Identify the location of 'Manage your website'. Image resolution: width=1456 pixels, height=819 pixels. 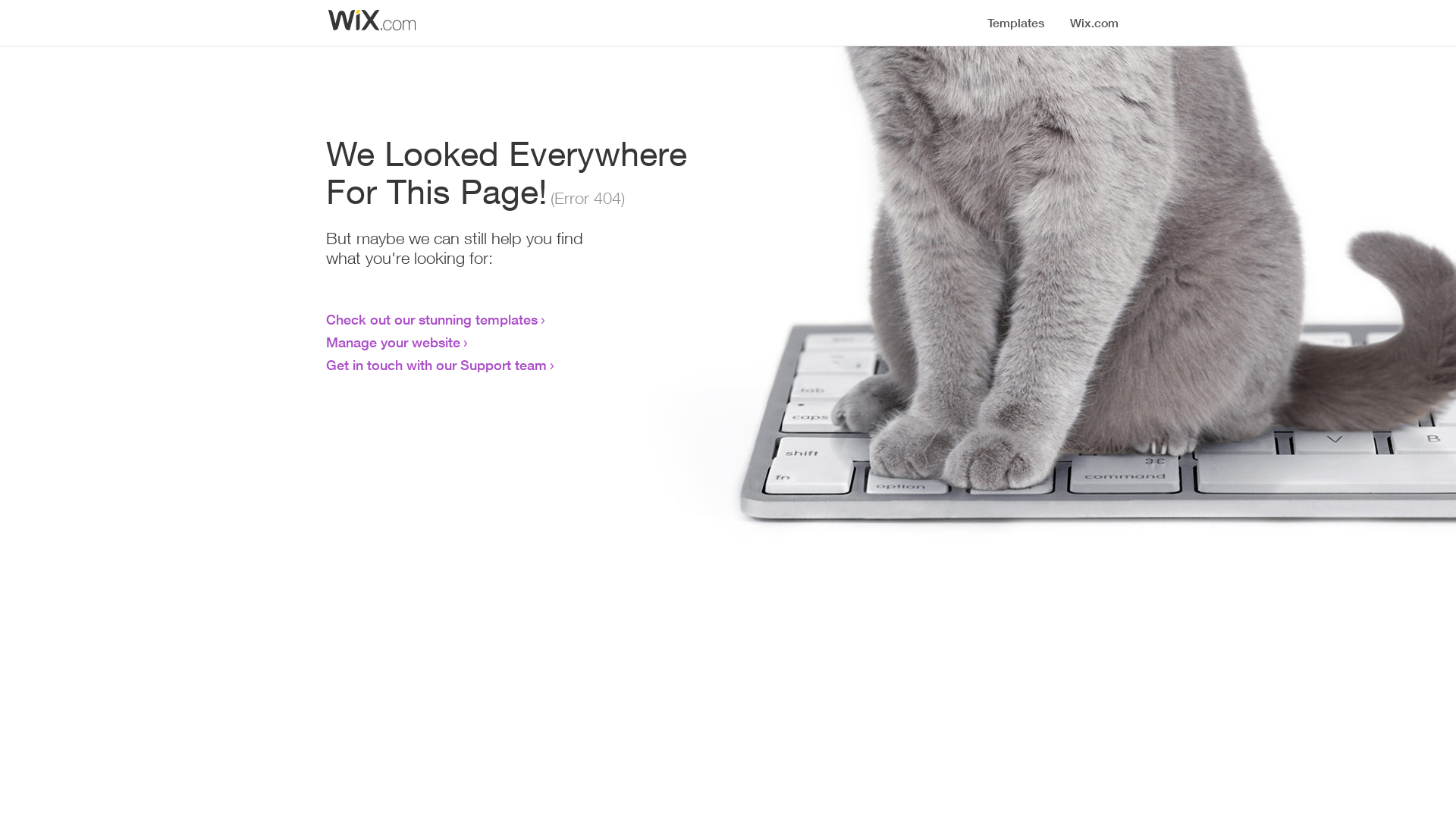
(393, 342).